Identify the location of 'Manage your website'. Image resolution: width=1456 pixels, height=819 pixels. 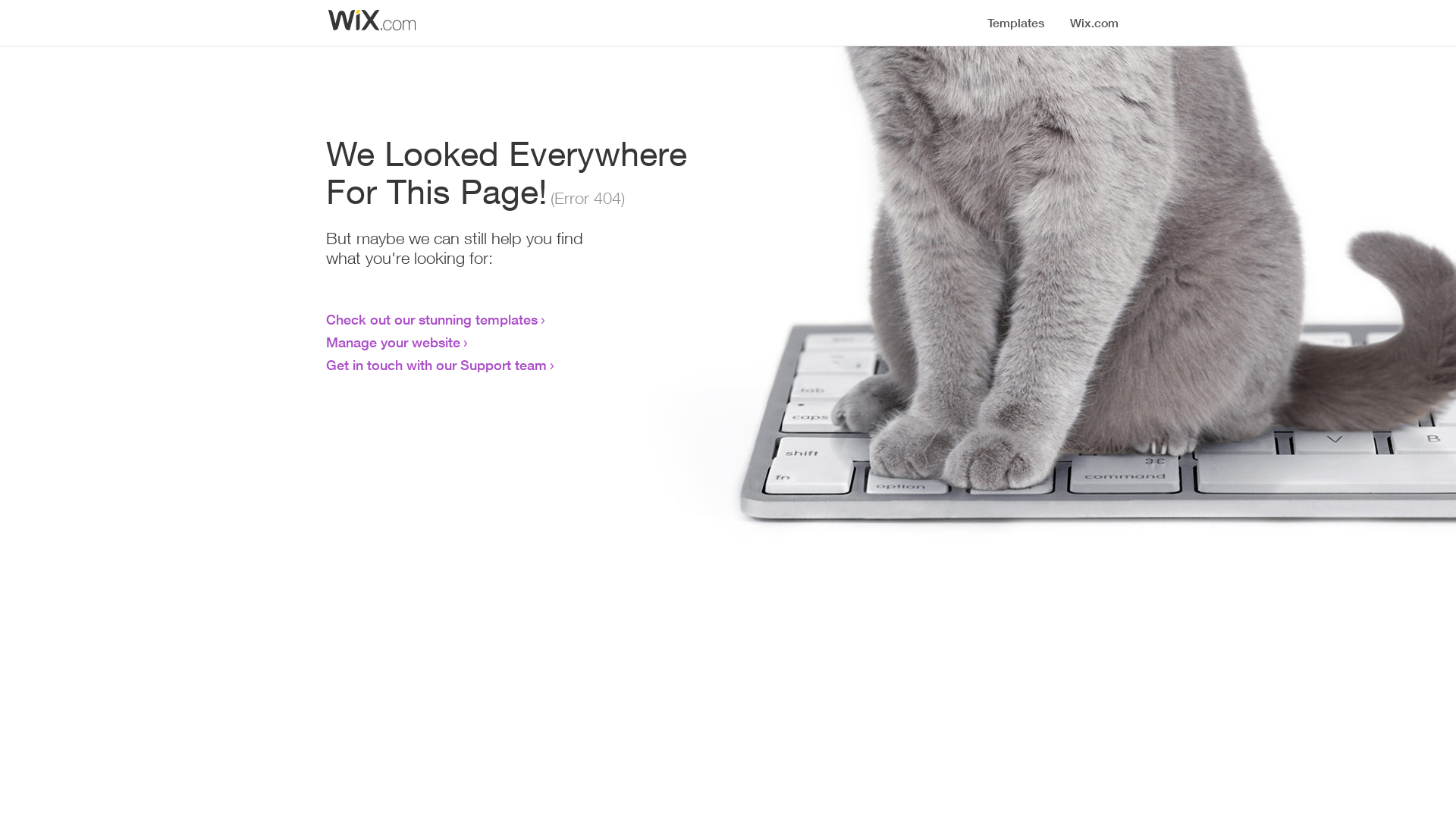
(393, 342).